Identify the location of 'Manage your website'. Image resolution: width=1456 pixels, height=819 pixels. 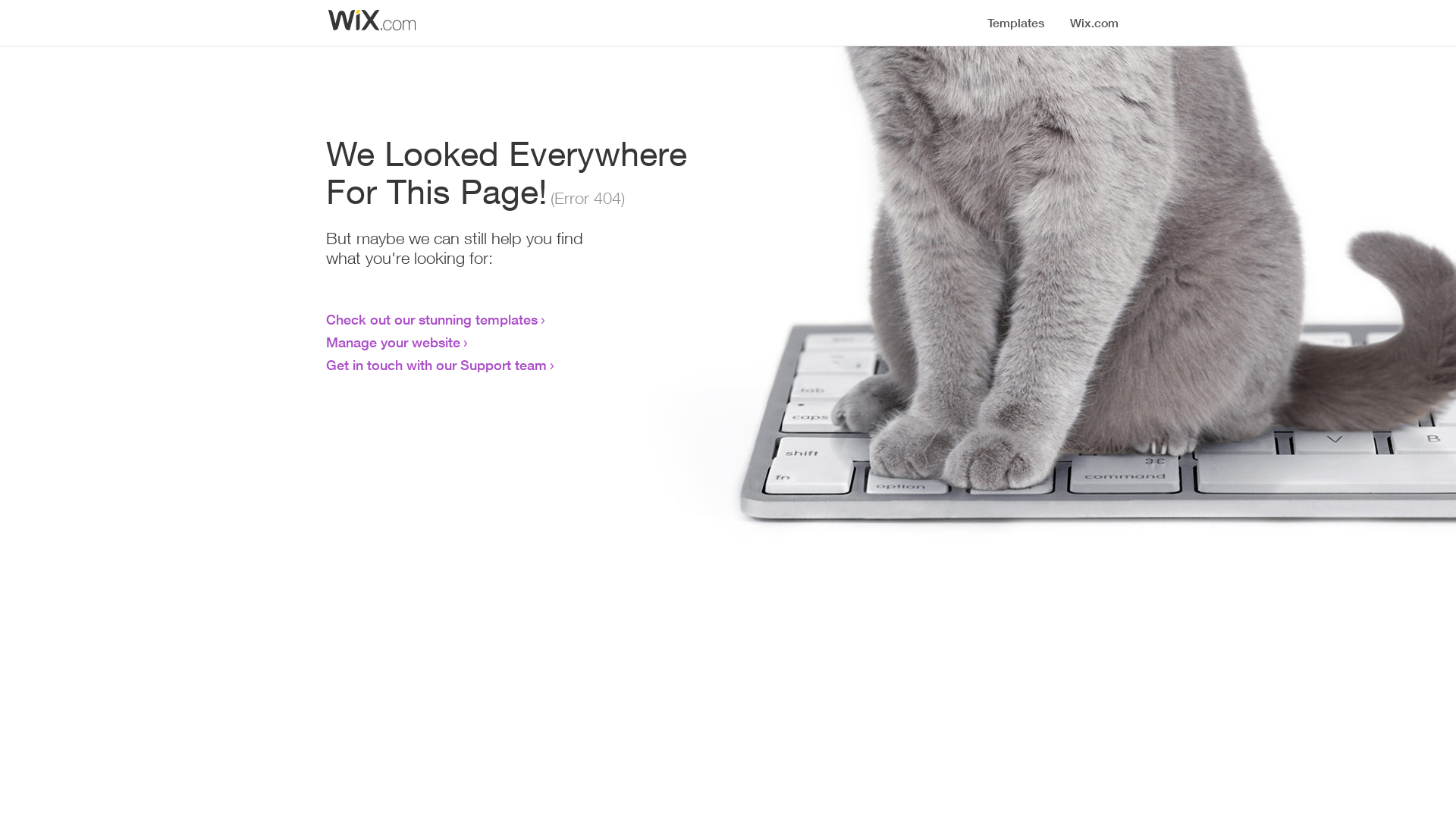
(393, 342).